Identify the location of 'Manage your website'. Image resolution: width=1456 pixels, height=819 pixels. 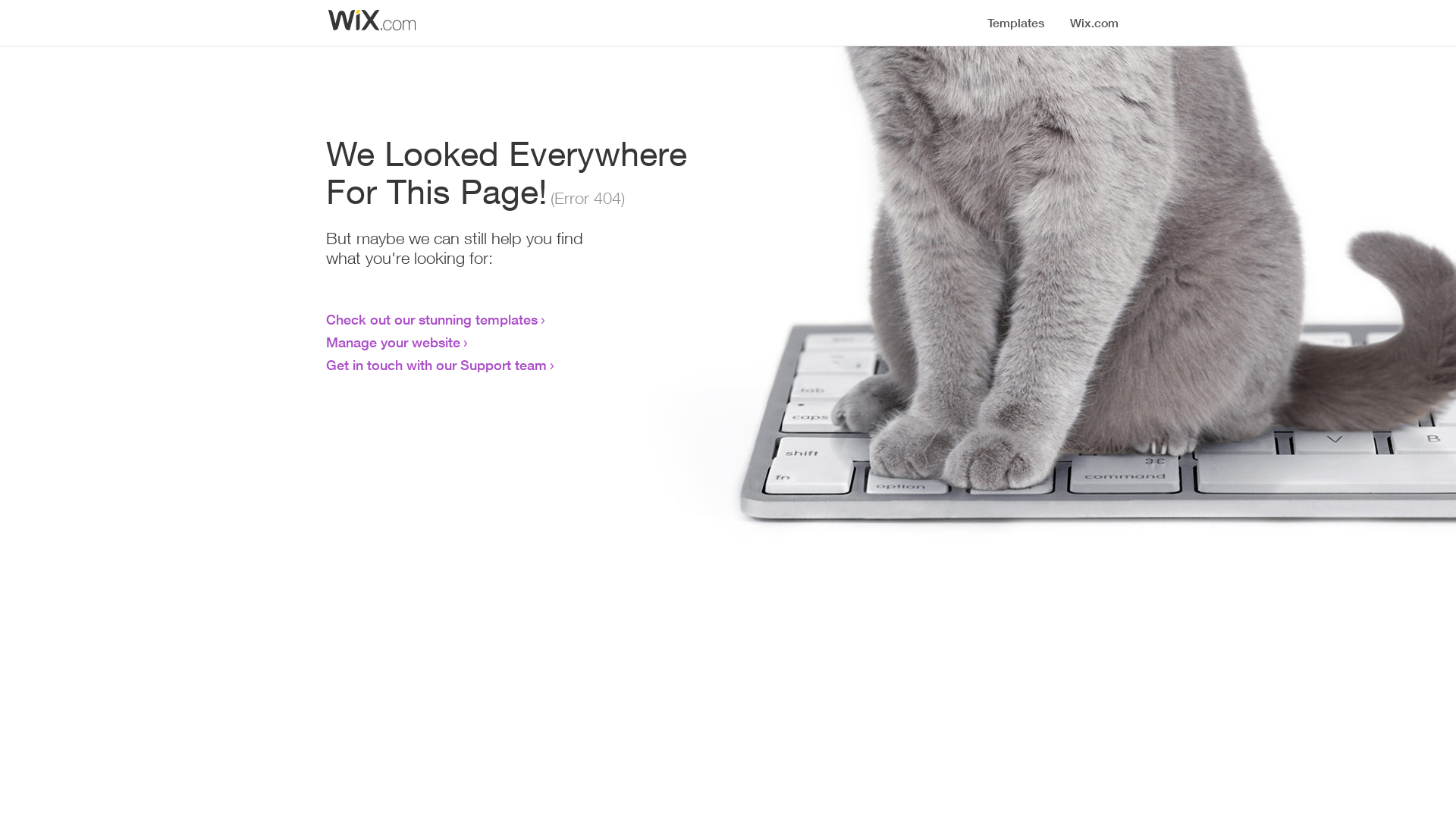
(393, 342).